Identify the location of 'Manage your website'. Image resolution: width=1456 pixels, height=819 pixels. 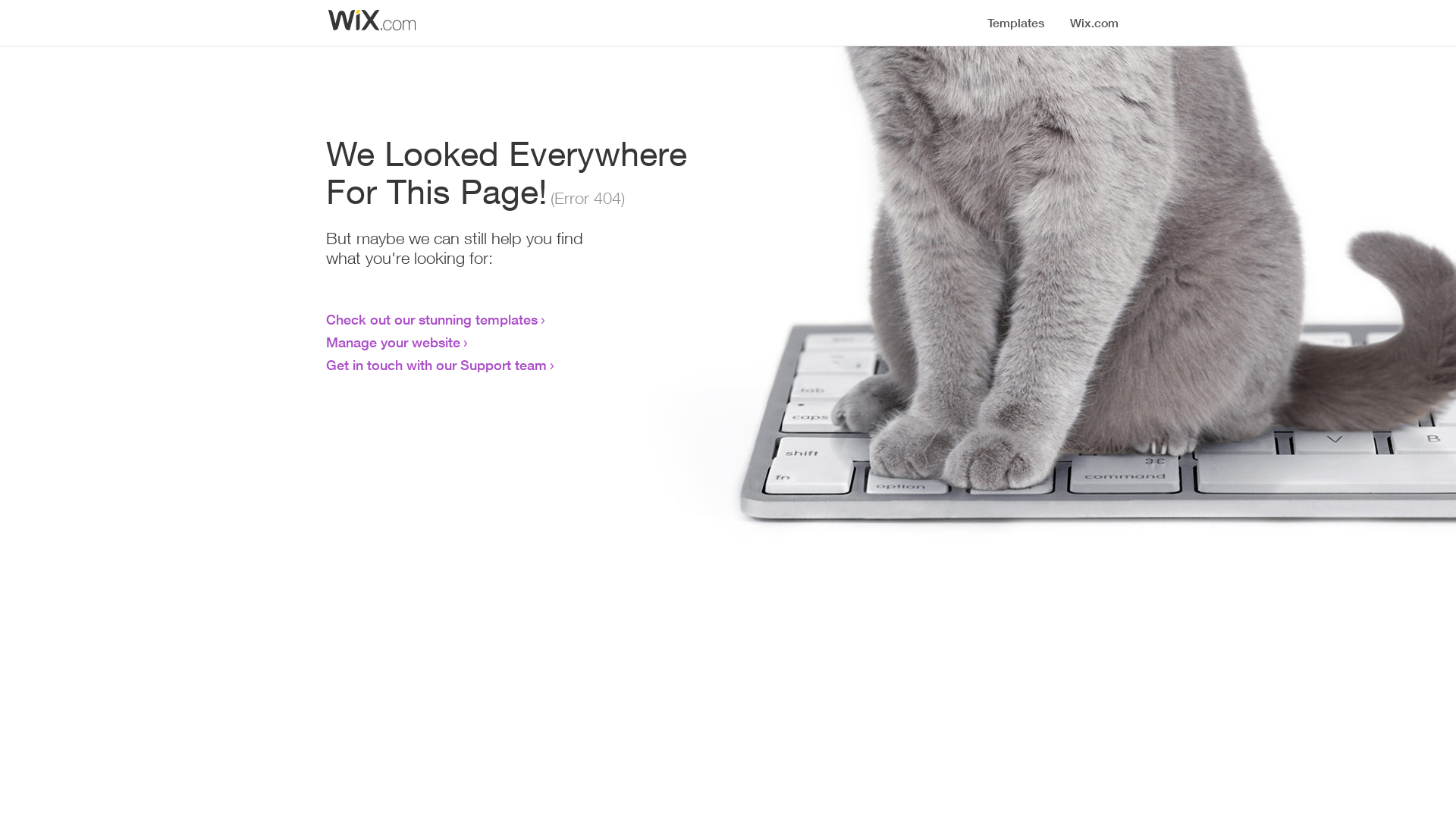
(393, 342).